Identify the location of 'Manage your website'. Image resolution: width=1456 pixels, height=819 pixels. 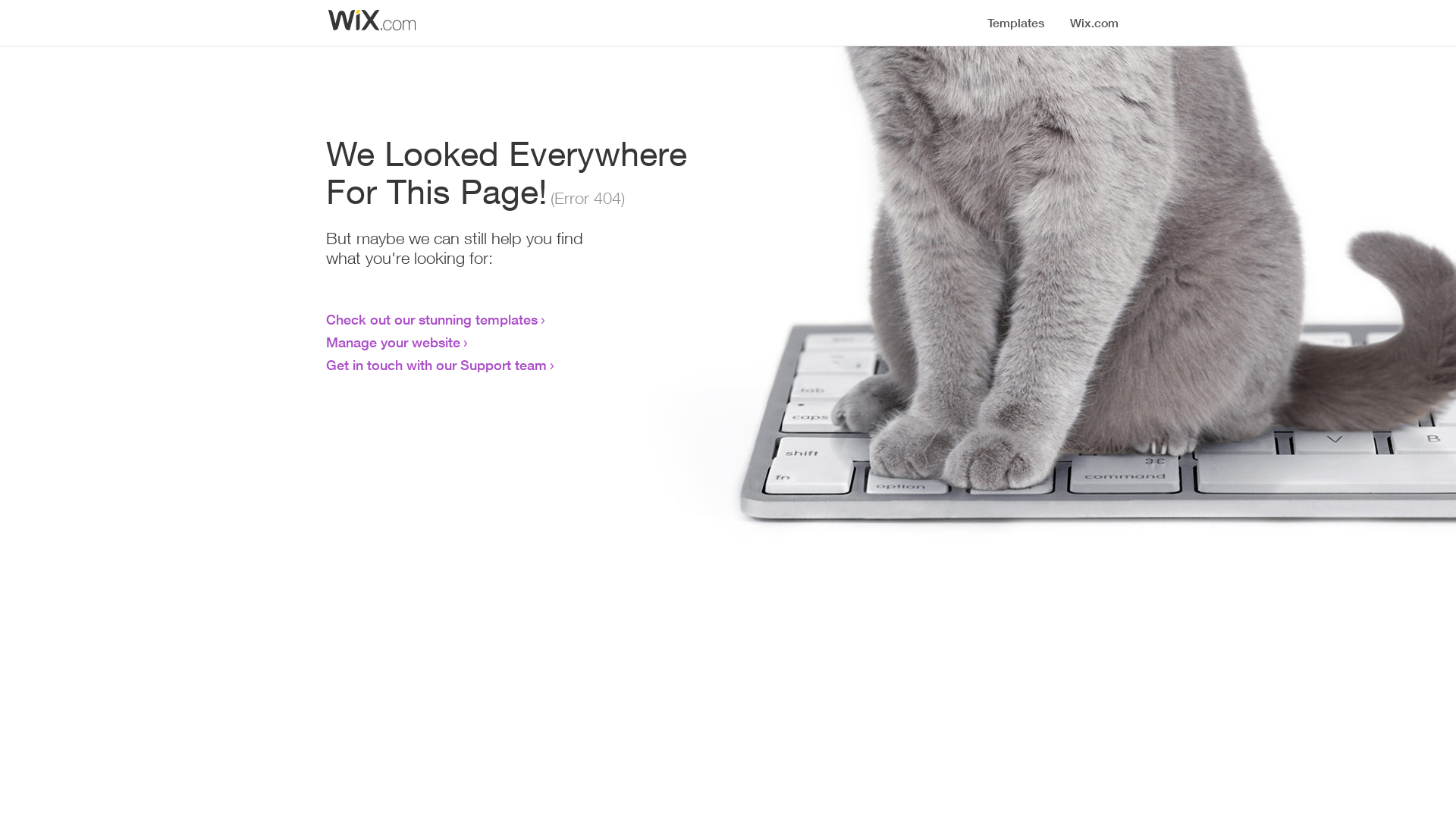
(393, 342).